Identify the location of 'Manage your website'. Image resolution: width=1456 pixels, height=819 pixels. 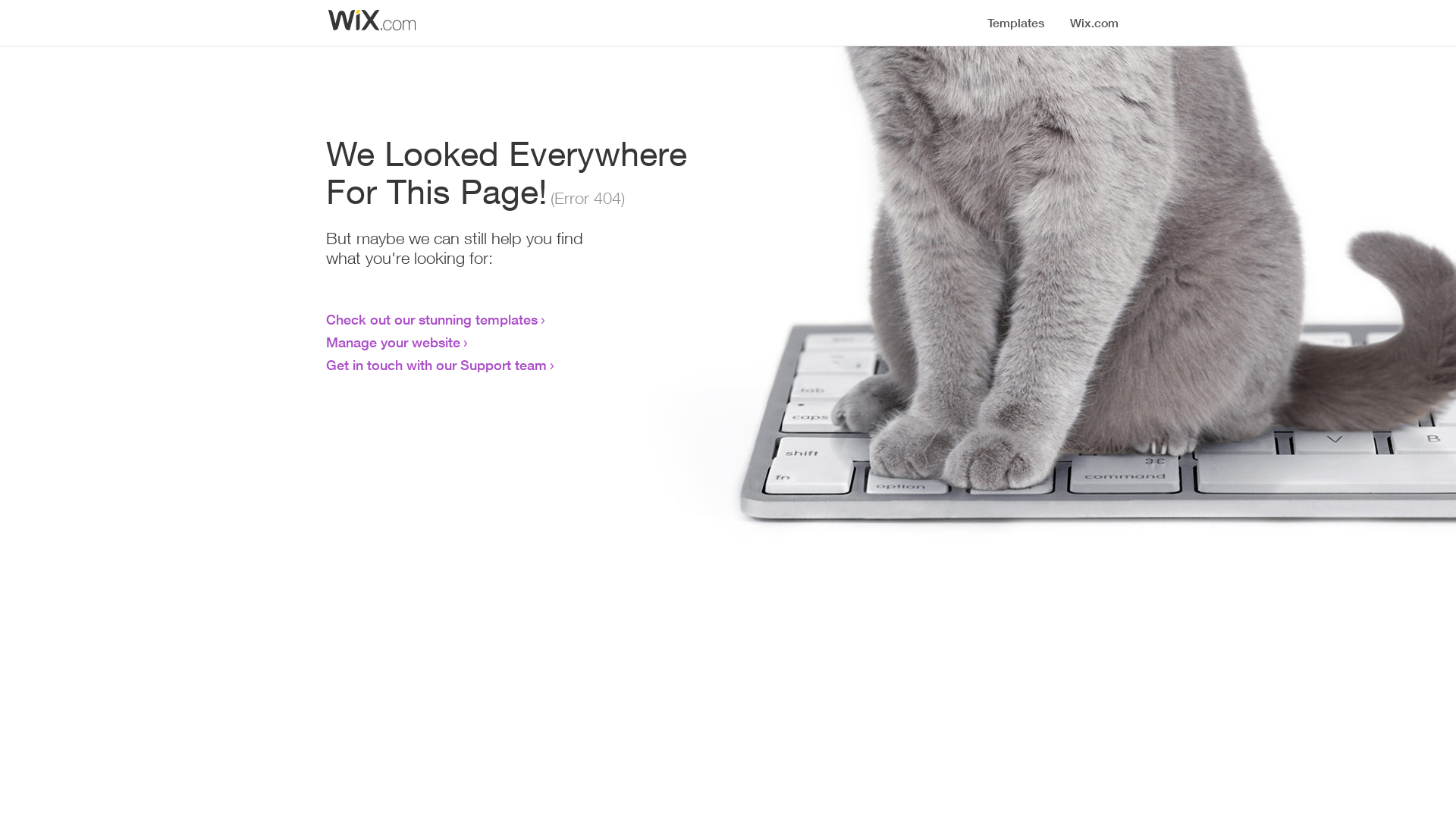
(393, 342).